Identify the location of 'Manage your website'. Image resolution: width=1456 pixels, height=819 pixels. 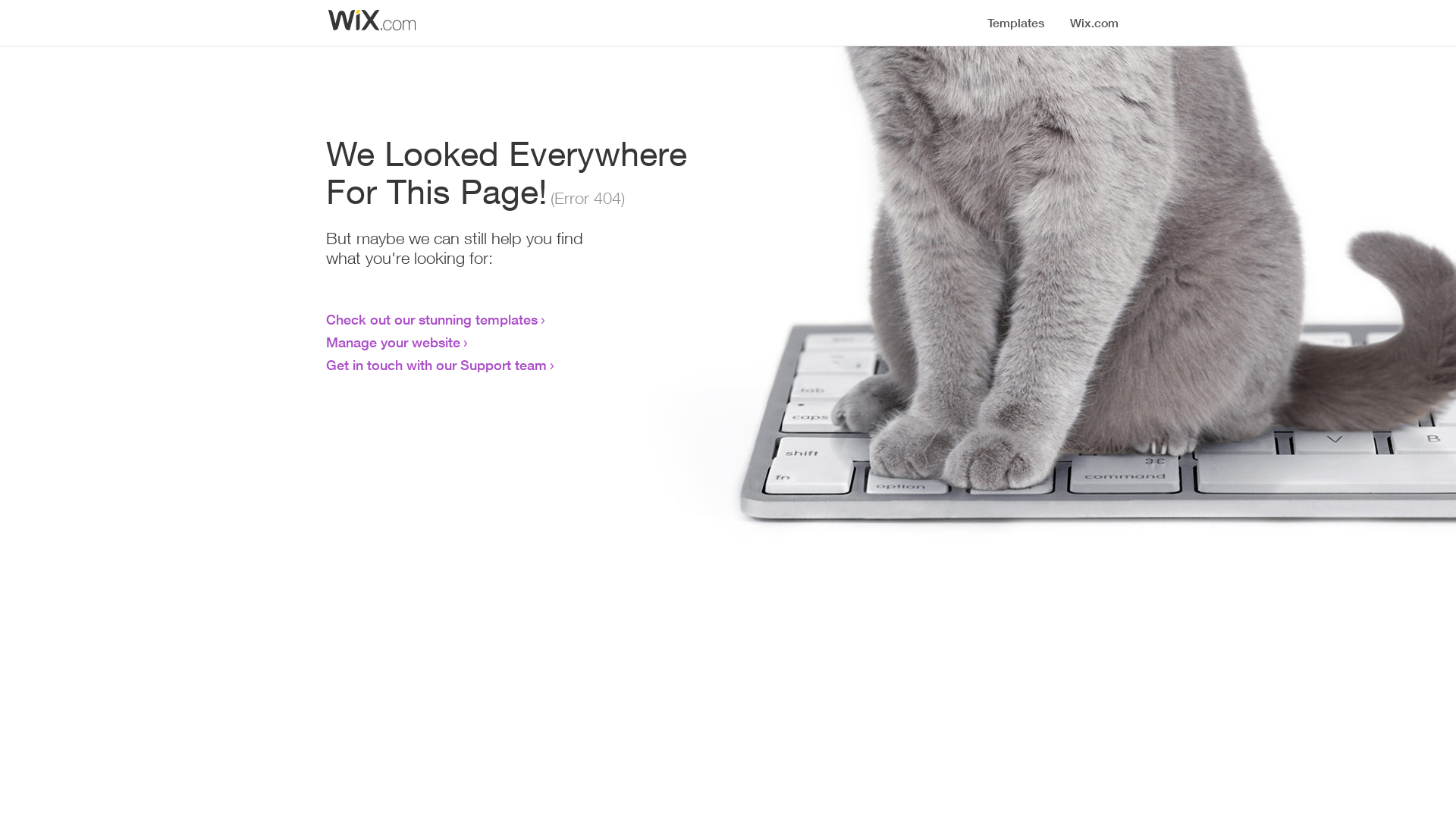
(393, 342).